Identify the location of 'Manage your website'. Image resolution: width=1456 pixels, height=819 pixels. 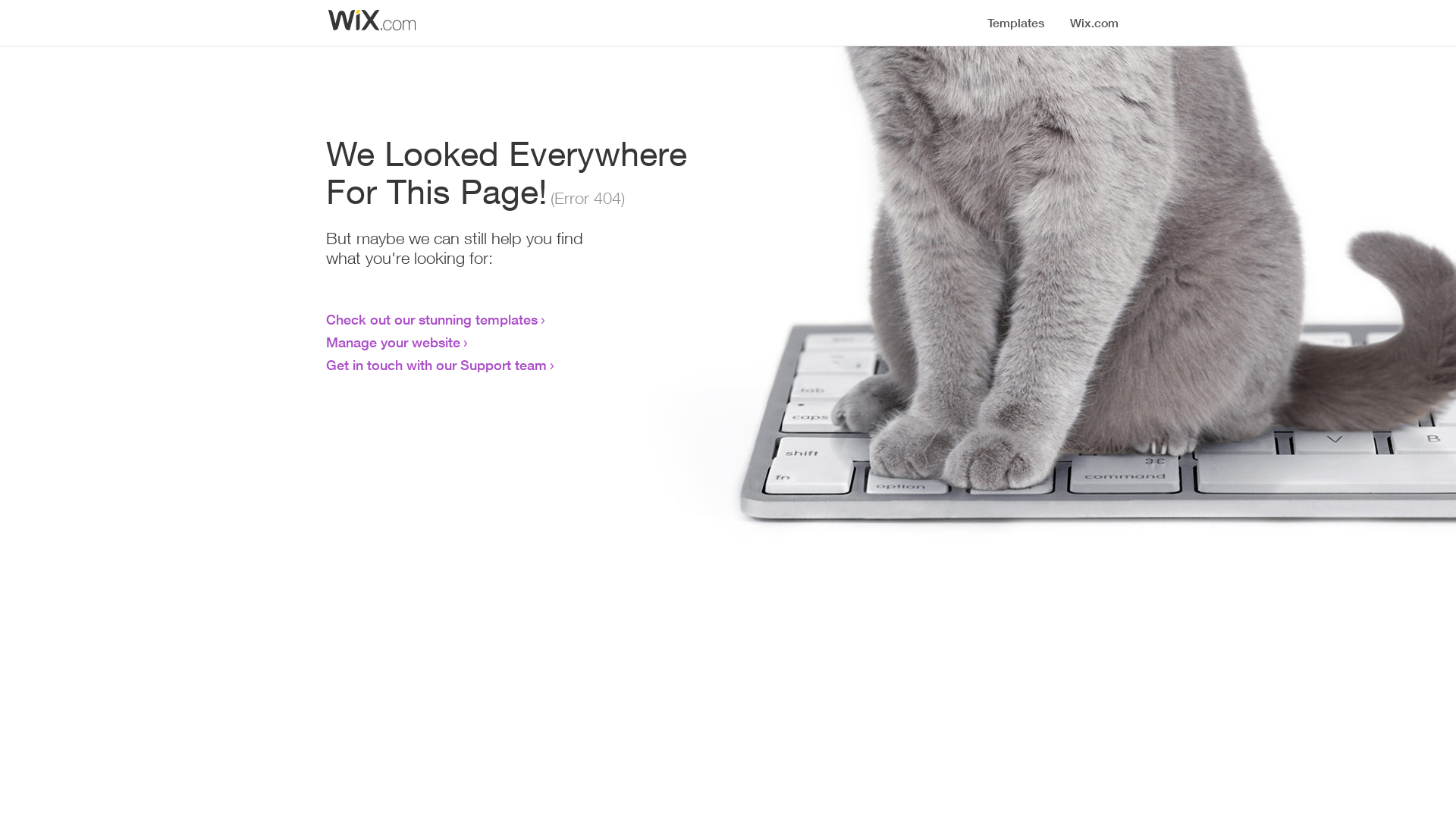
(393, 342).